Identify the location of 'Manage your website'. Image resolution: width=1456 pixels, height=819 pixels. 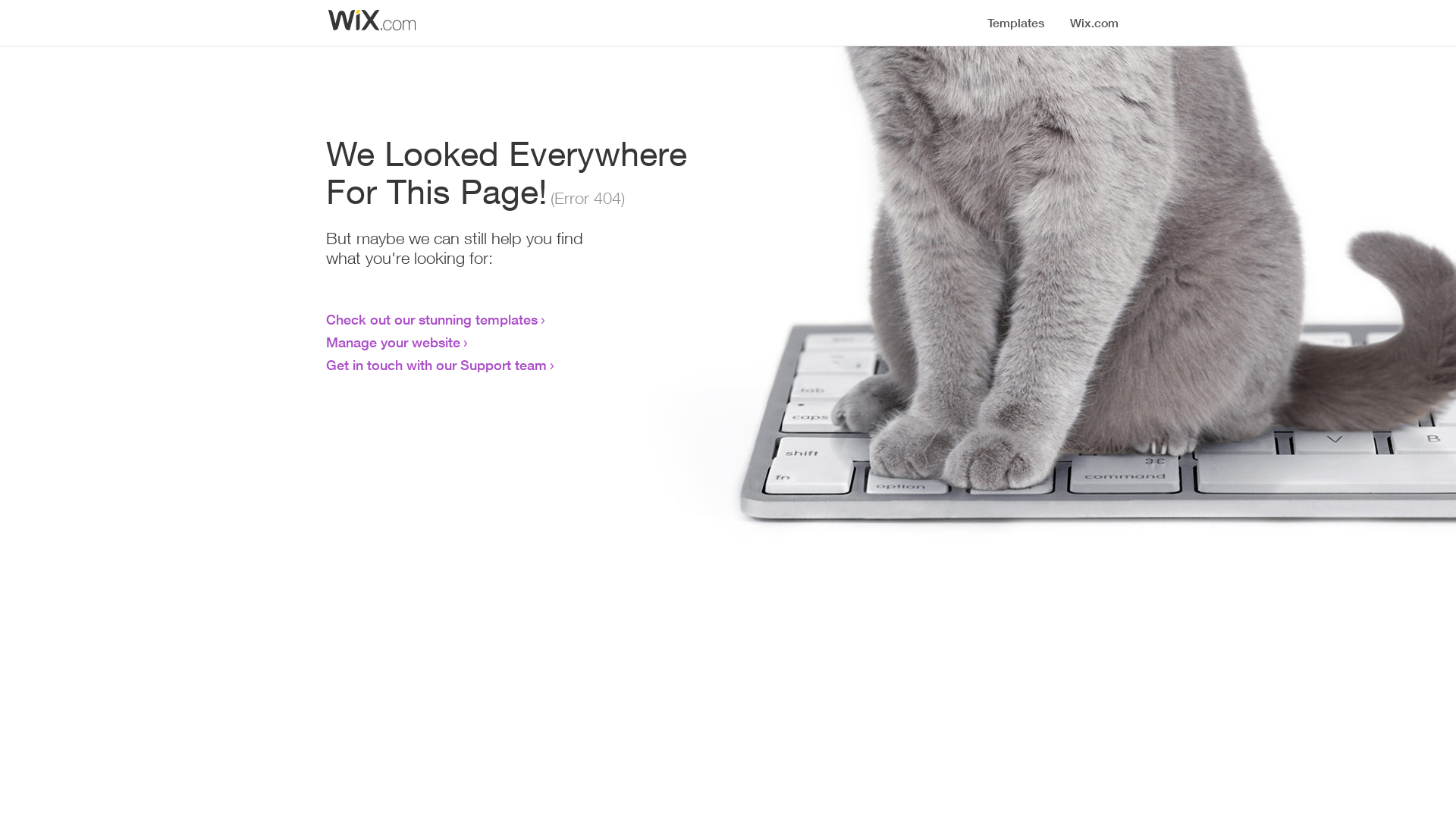
(393, 342).